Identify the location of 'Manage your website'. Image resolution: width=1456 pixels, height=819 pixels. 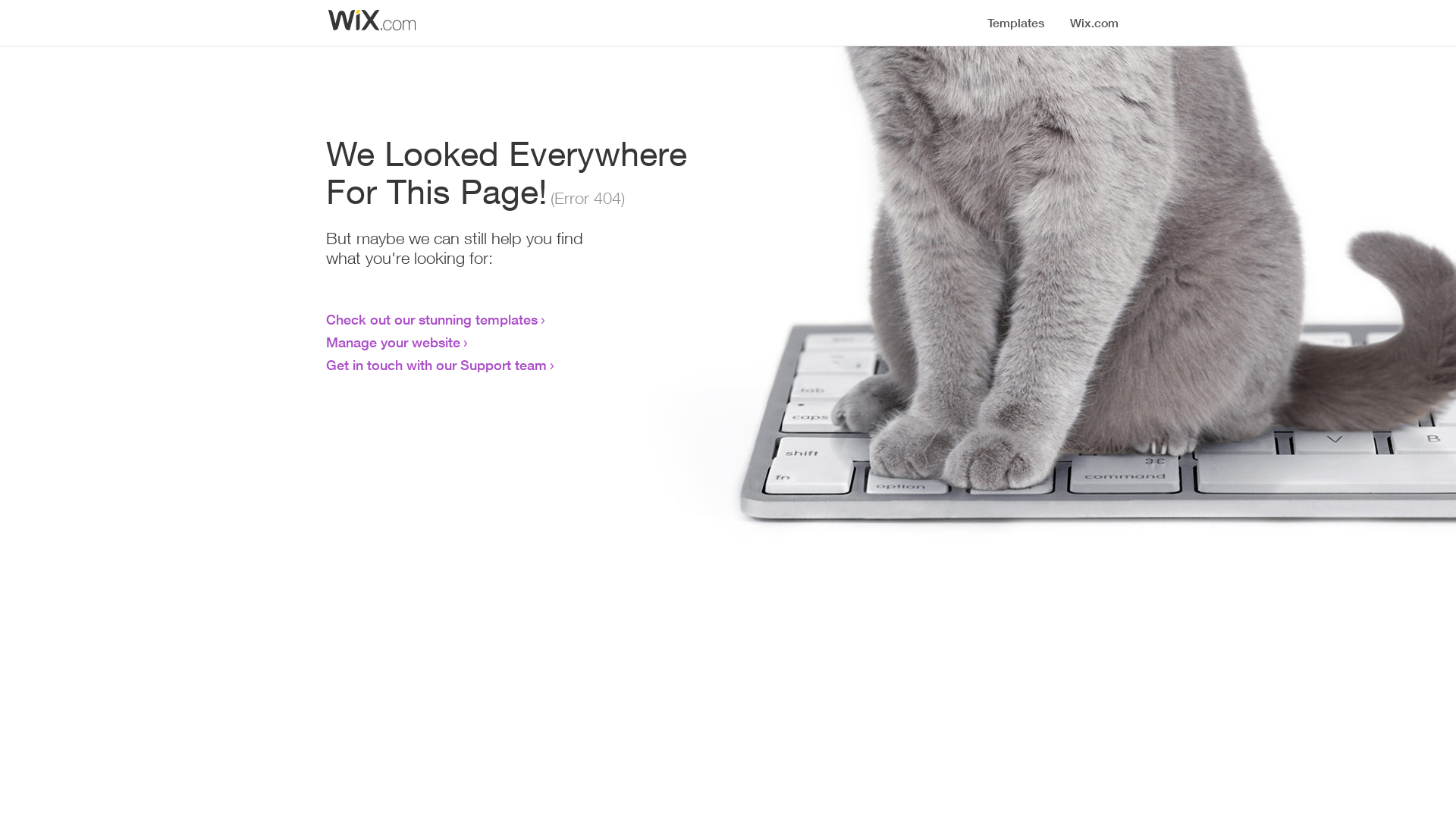
(393, 342).